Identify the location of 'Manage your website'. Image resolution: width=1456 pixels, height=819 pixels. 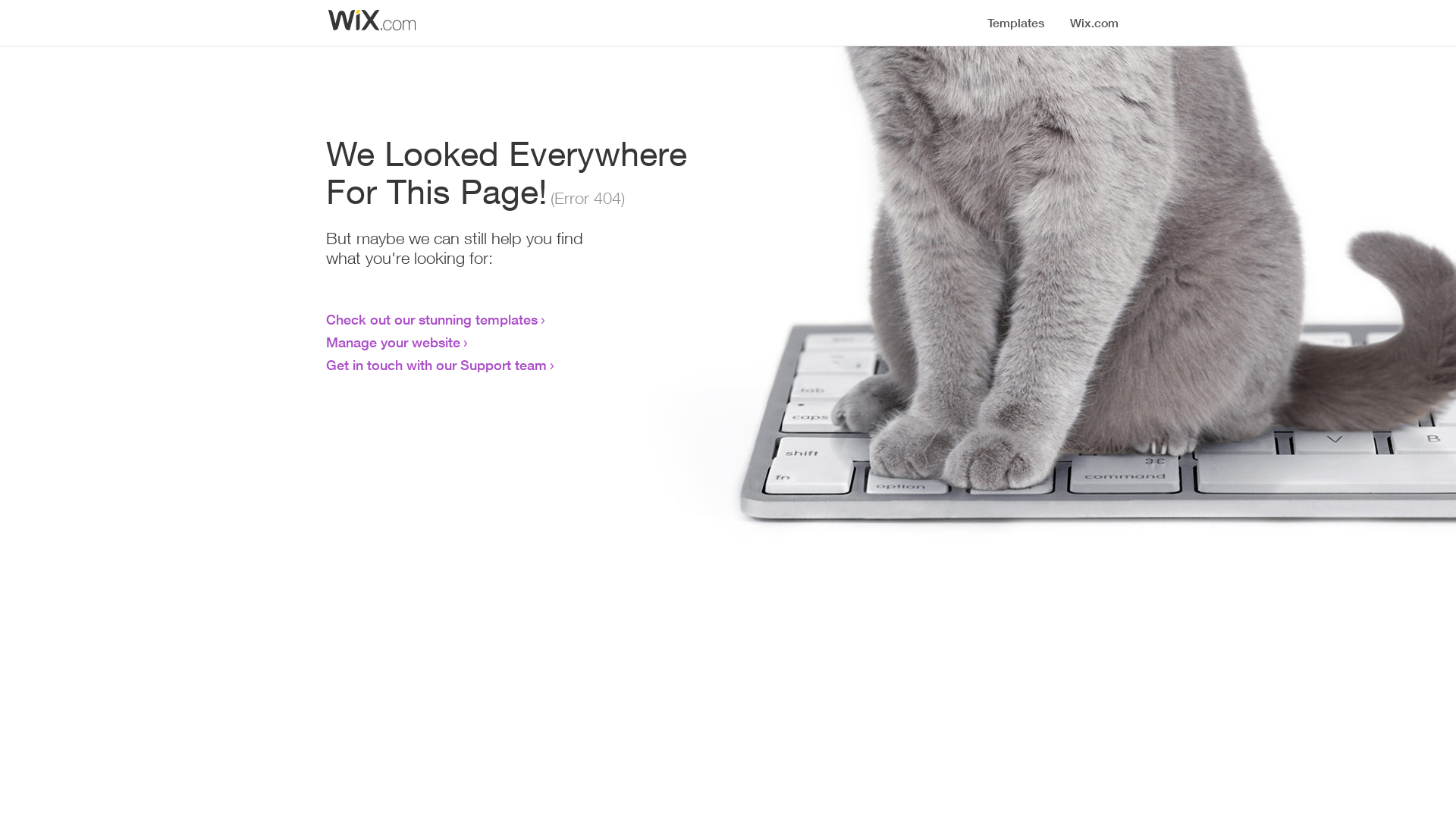
(393, 342).